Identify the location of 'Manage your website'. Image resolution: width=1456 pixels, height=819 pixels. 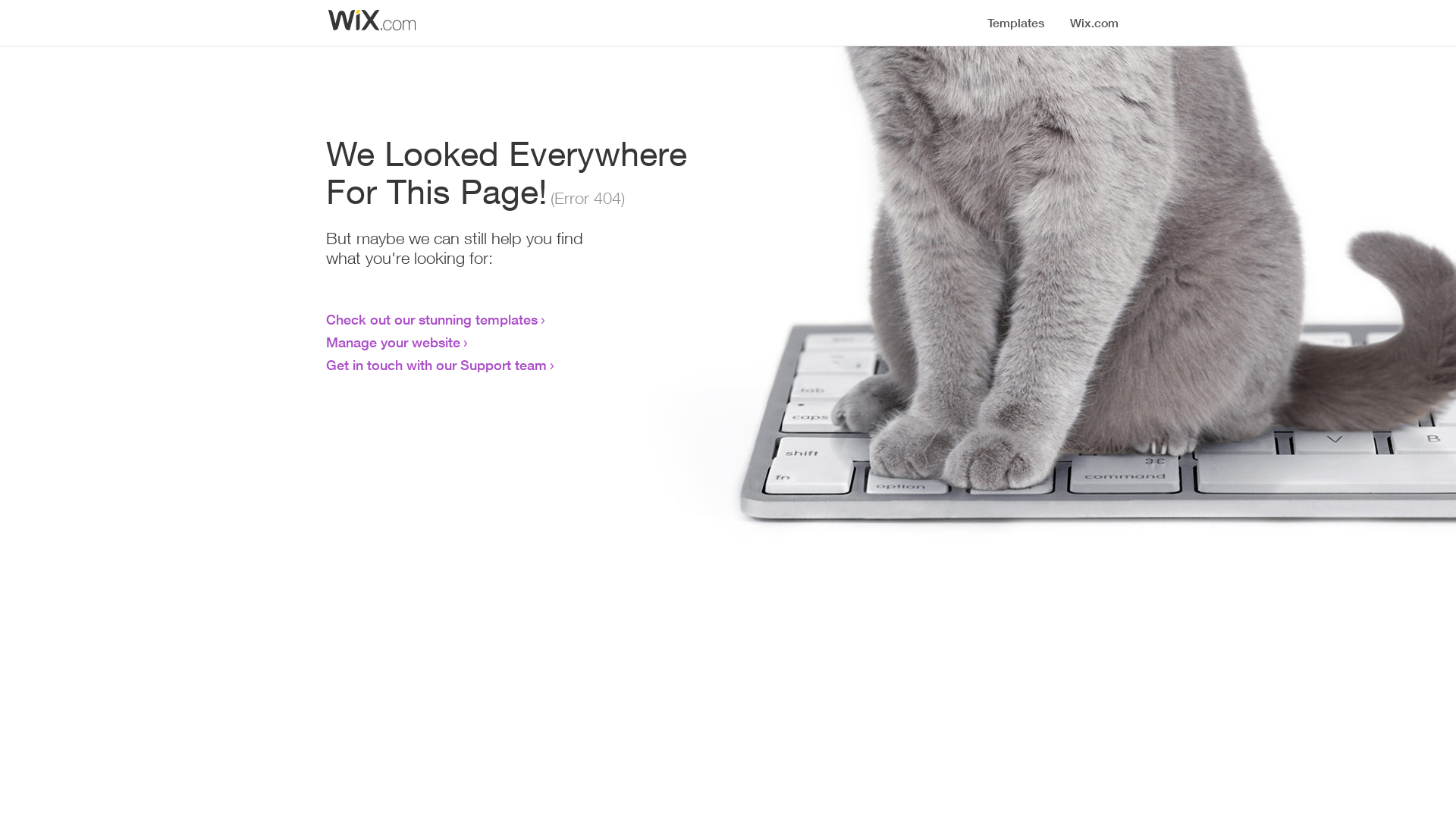
(393, 342).